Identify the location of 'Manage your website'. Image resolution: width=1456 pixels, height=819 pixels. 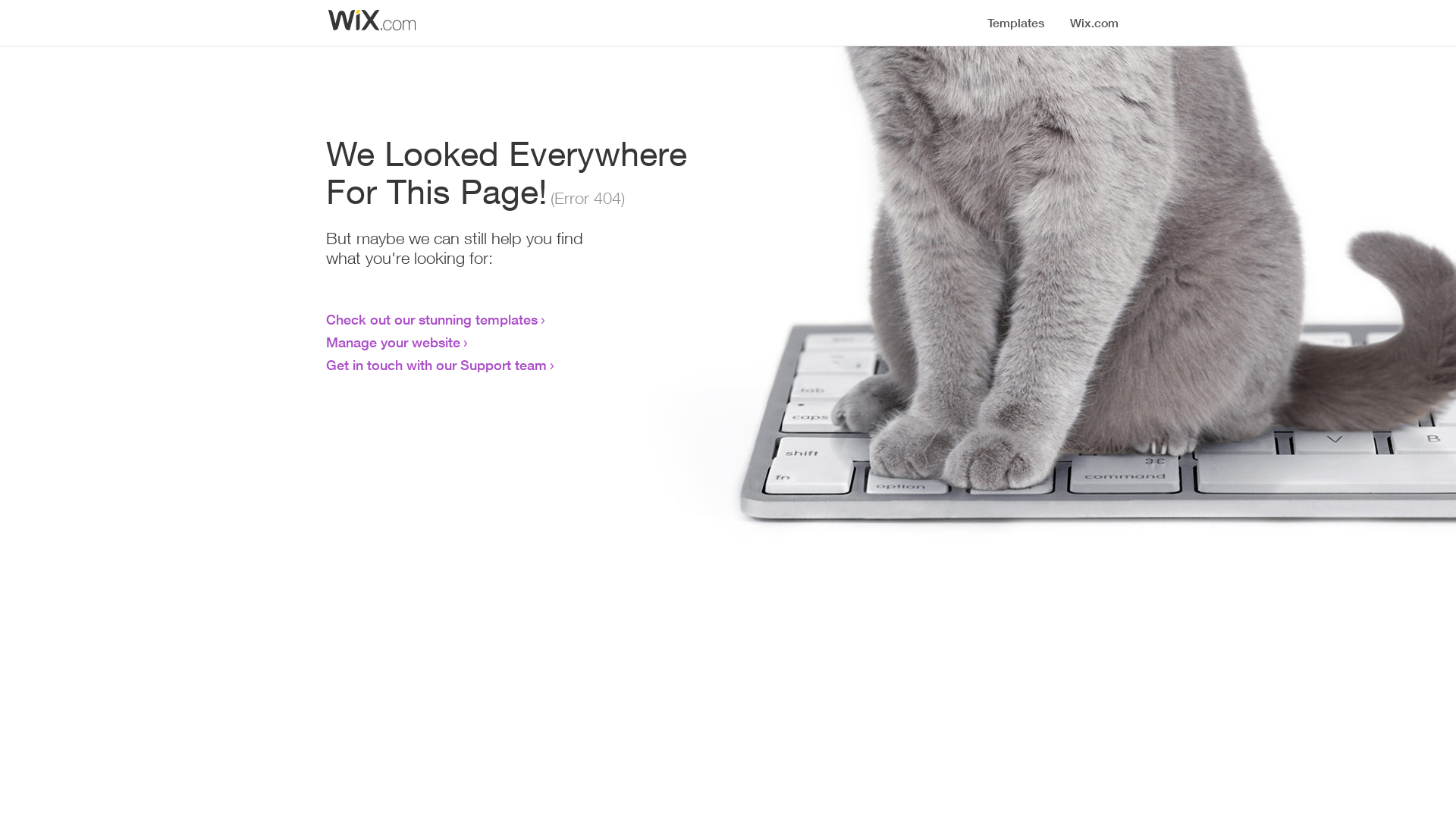
(393, 342).